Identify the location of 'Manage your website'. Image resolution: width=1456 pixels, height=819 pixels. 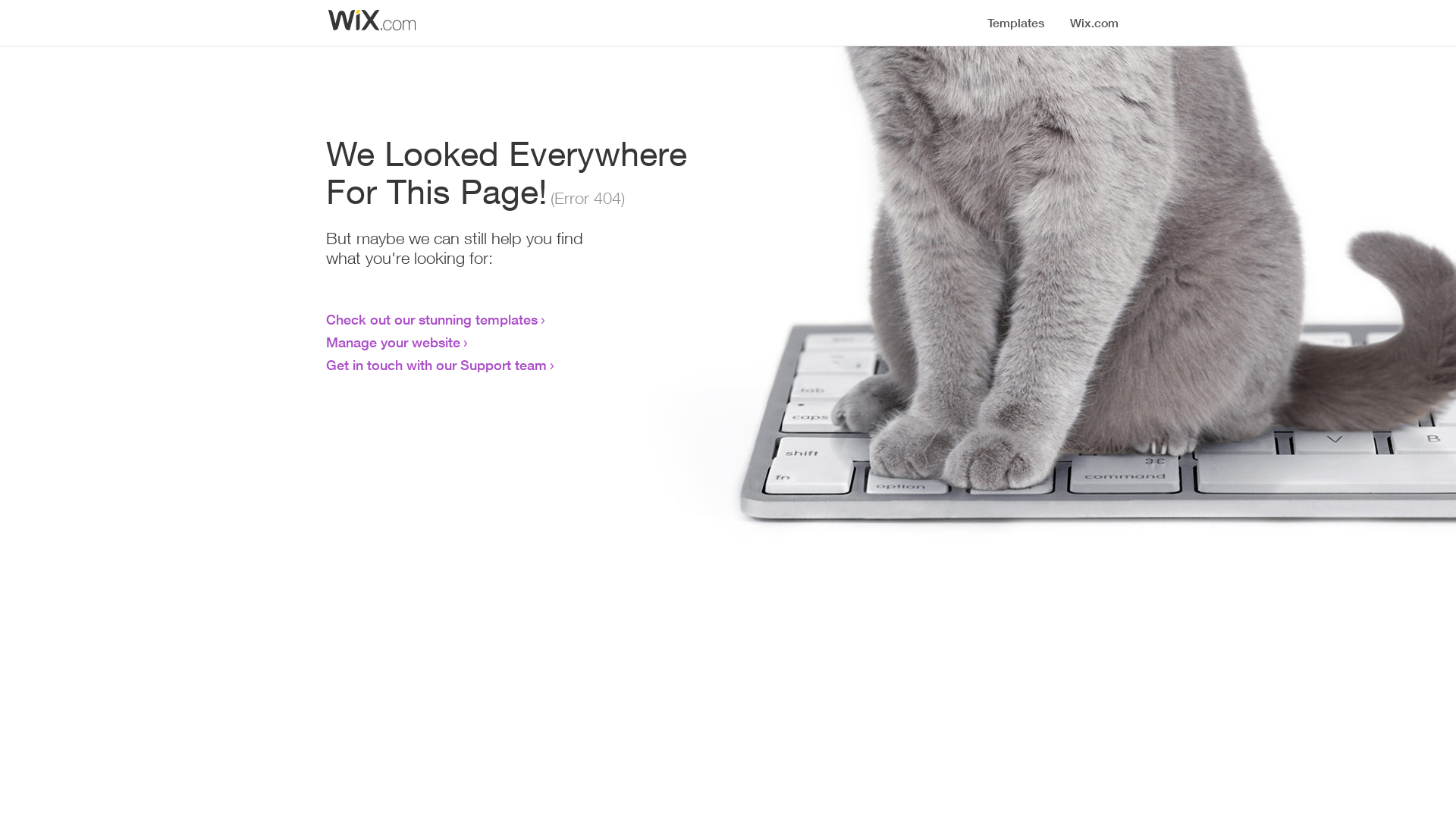
(393, 342).